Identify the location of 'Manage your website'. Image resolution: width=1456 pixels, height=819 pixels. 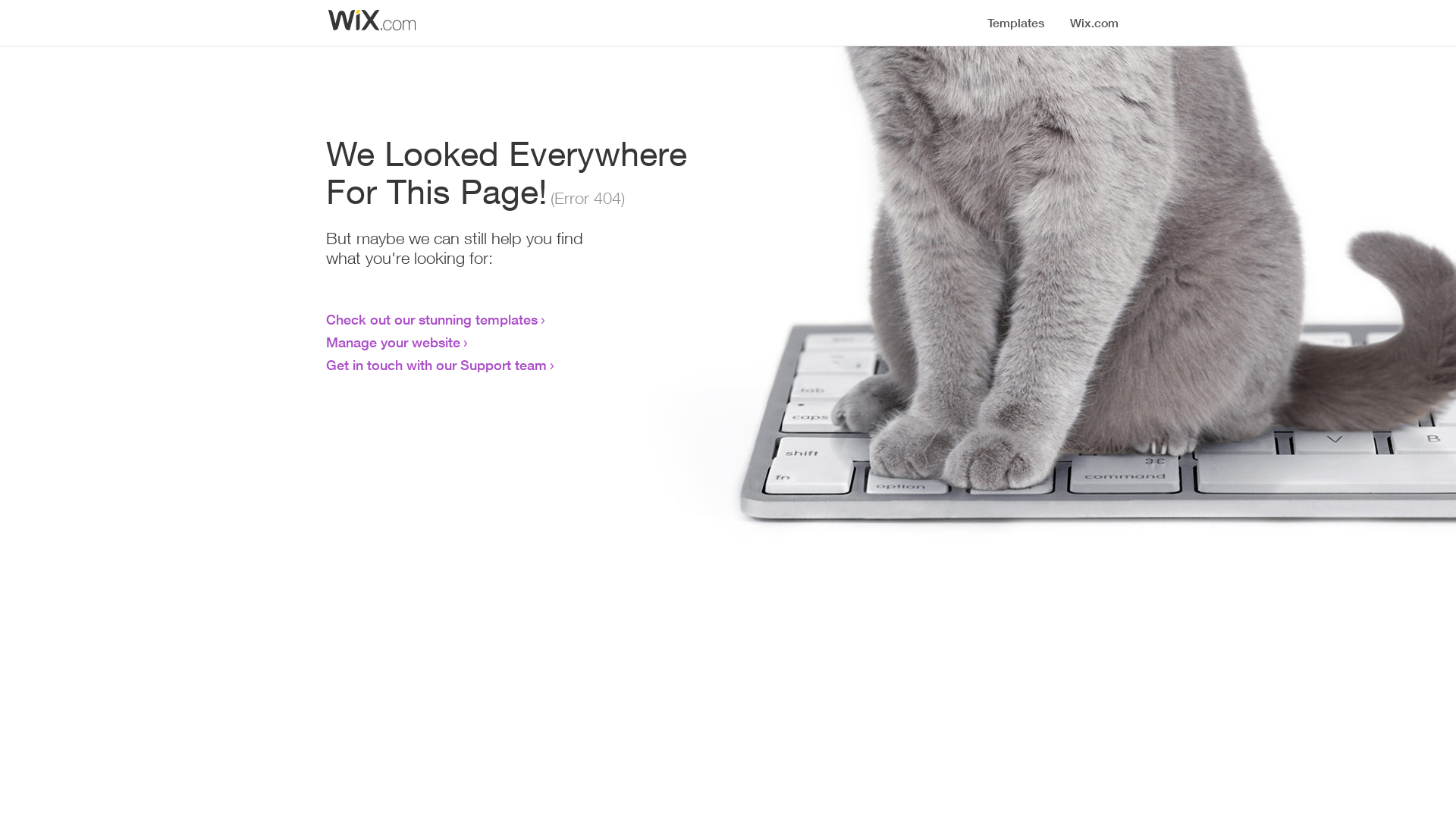
(393, 342).